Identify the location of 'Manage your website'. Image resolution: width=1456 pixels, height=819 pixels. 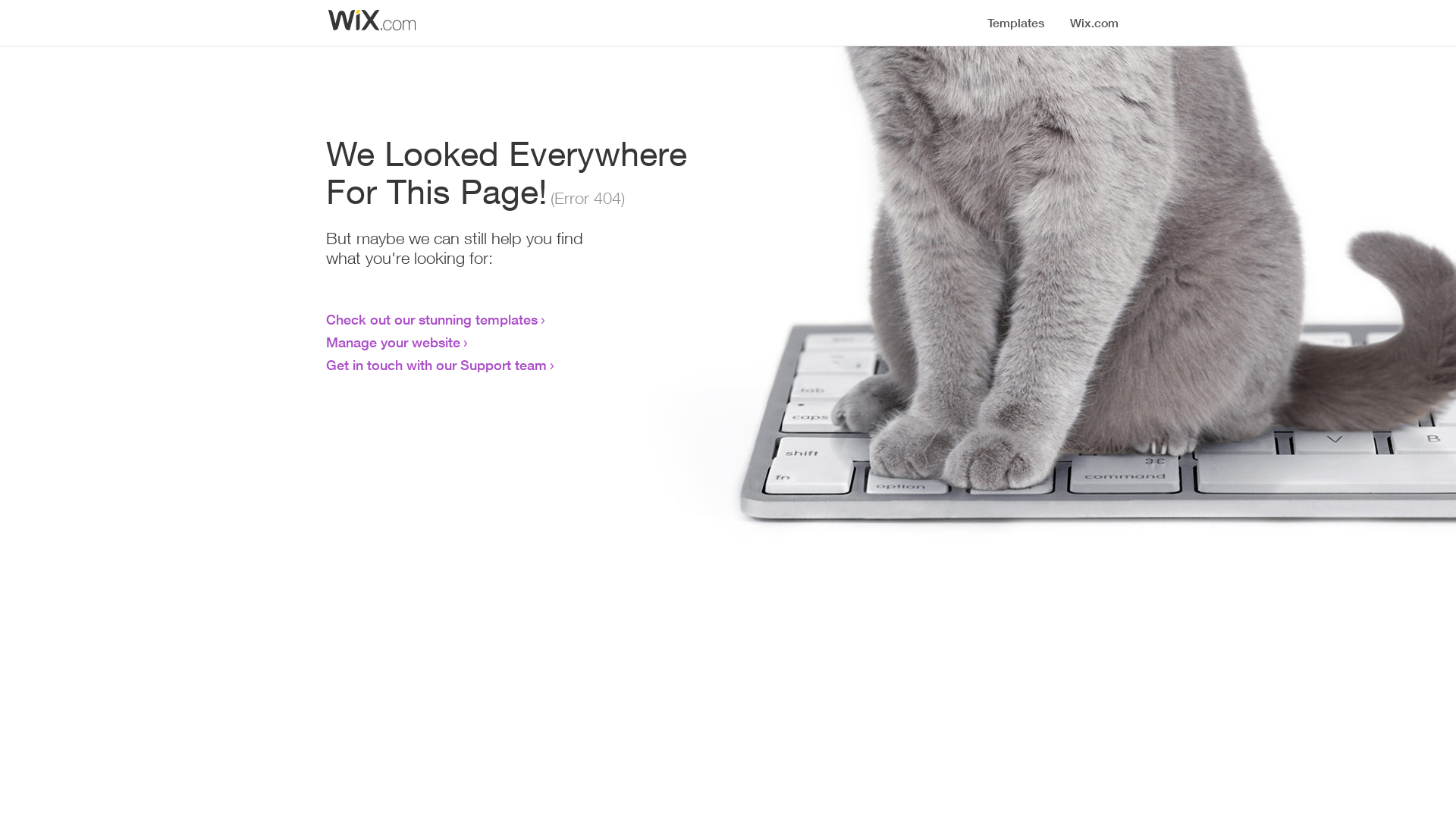
(393, 342).